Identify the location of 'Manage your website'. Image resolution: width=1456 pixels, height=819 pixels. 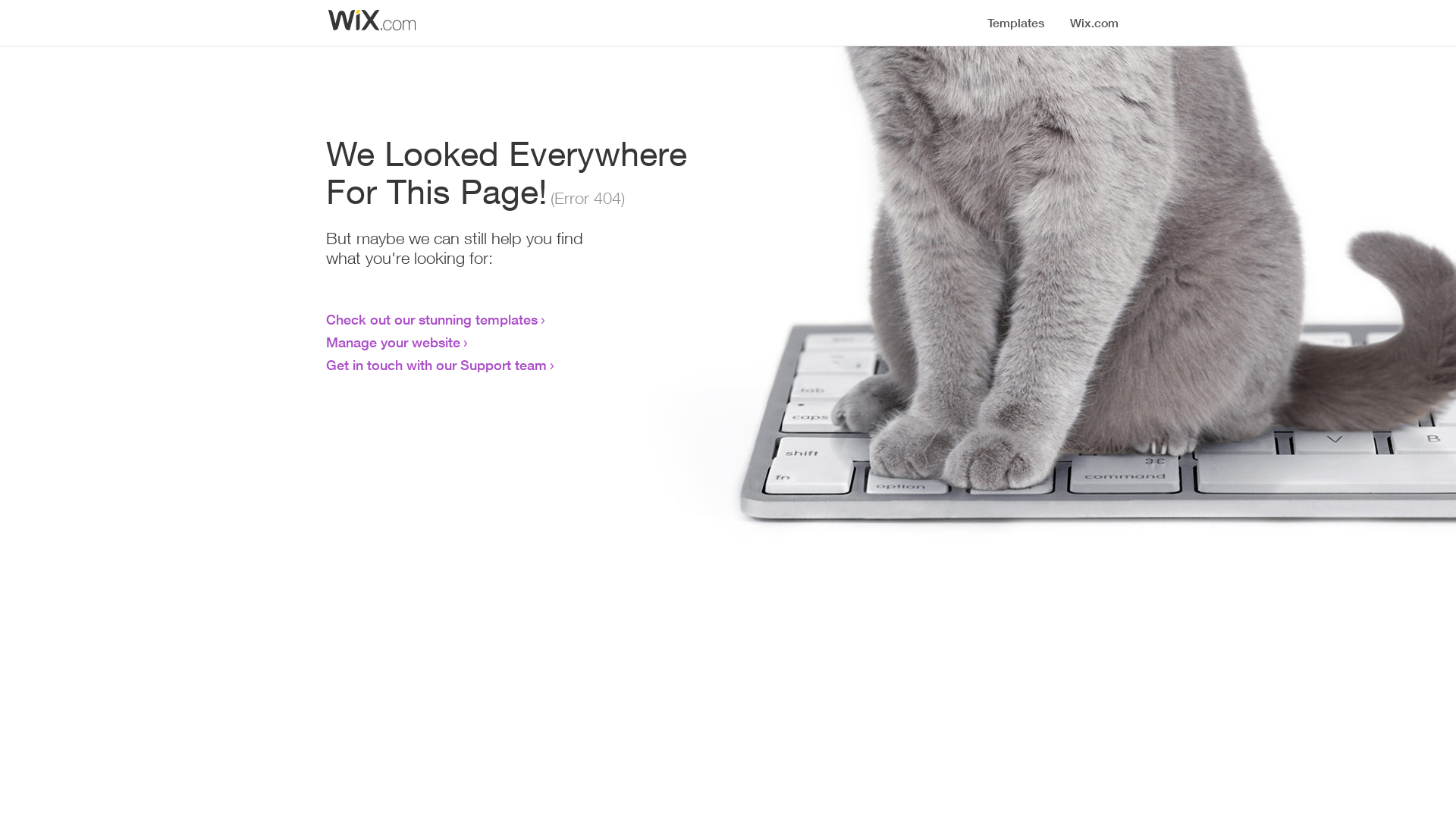
(393, 342).